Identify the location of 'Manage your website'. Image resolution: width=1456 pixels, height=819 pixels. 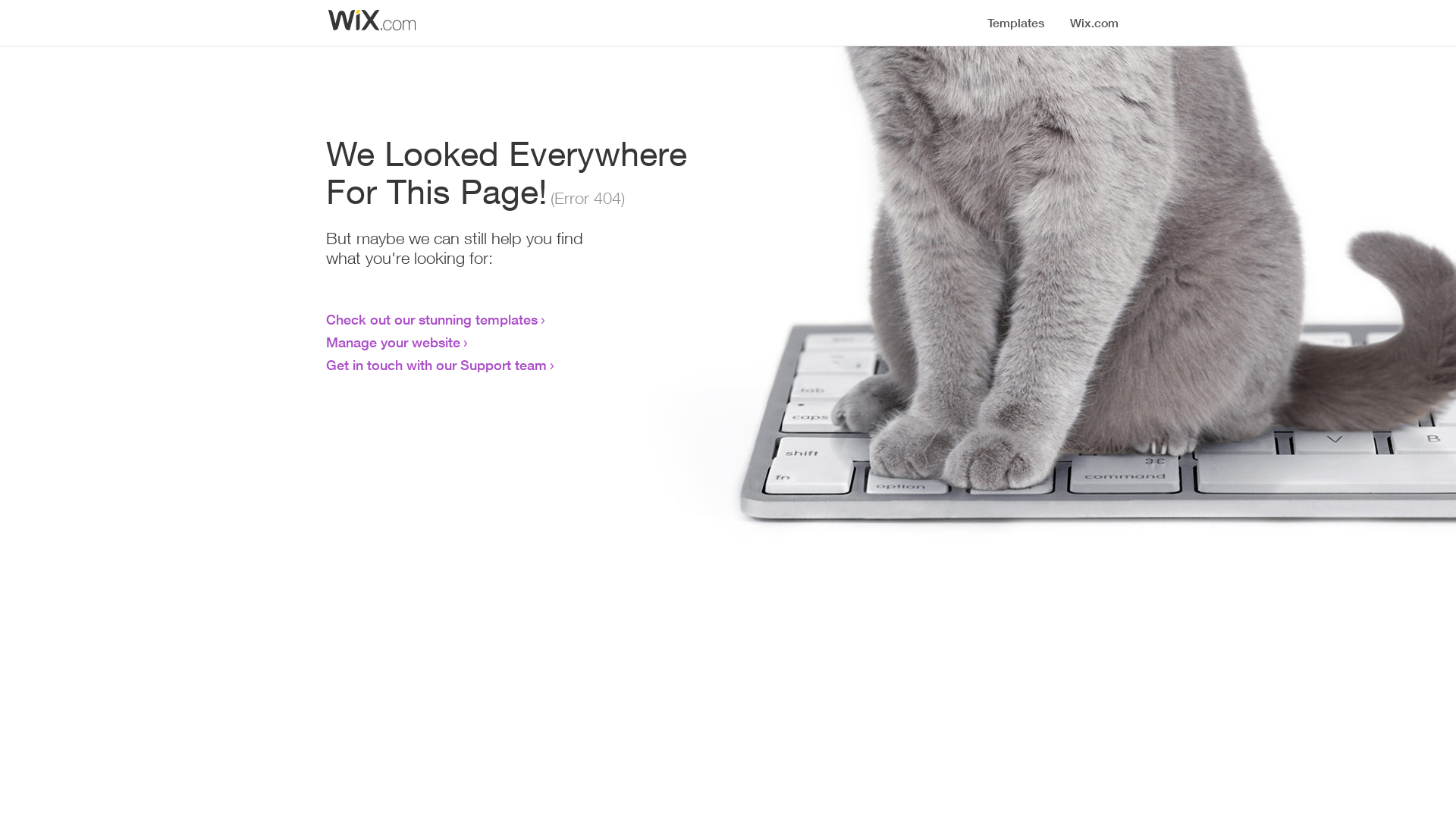
(393, 342).